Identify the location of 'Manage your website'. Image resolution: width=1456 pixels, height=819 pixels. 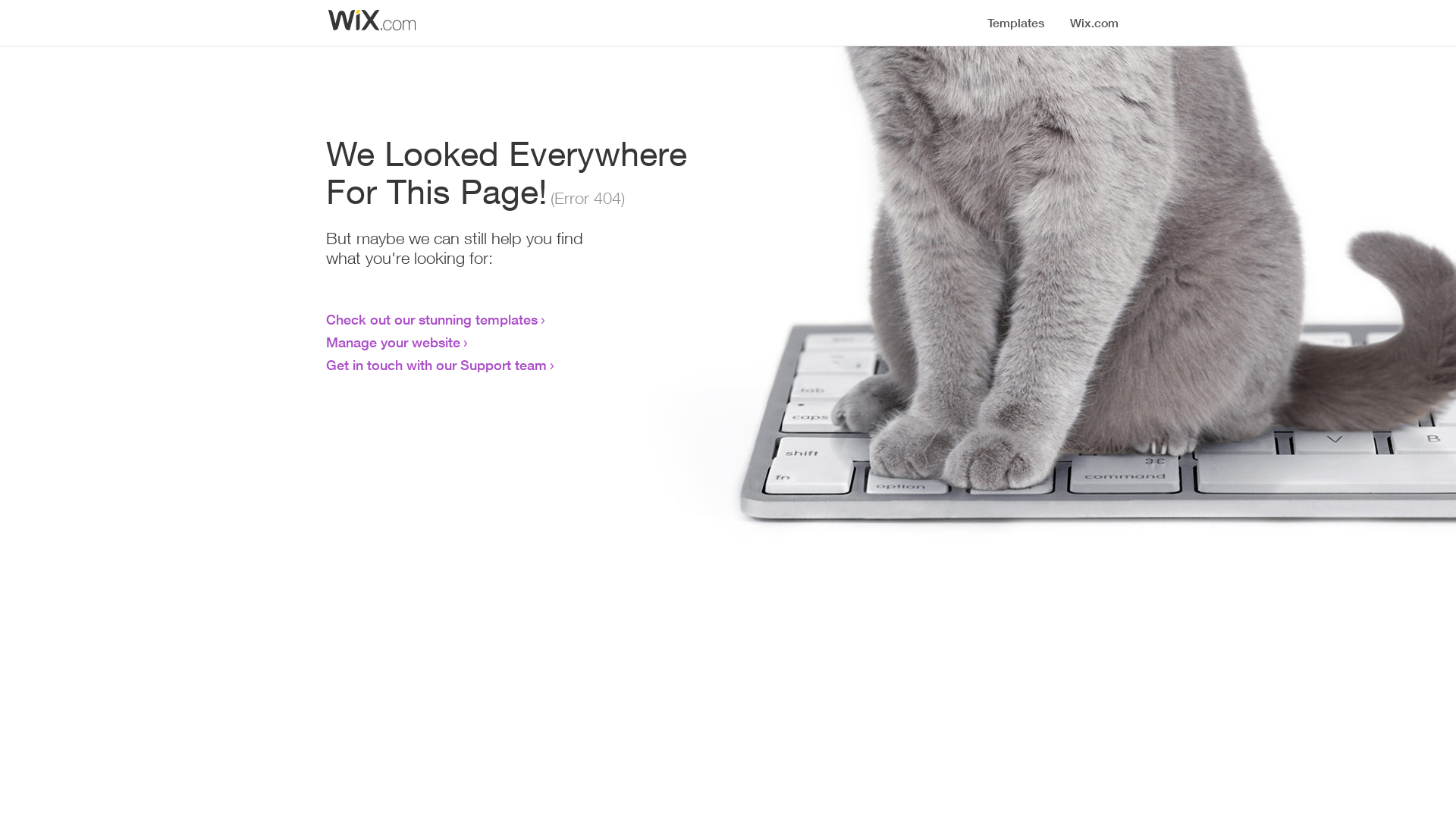
(393, 342).